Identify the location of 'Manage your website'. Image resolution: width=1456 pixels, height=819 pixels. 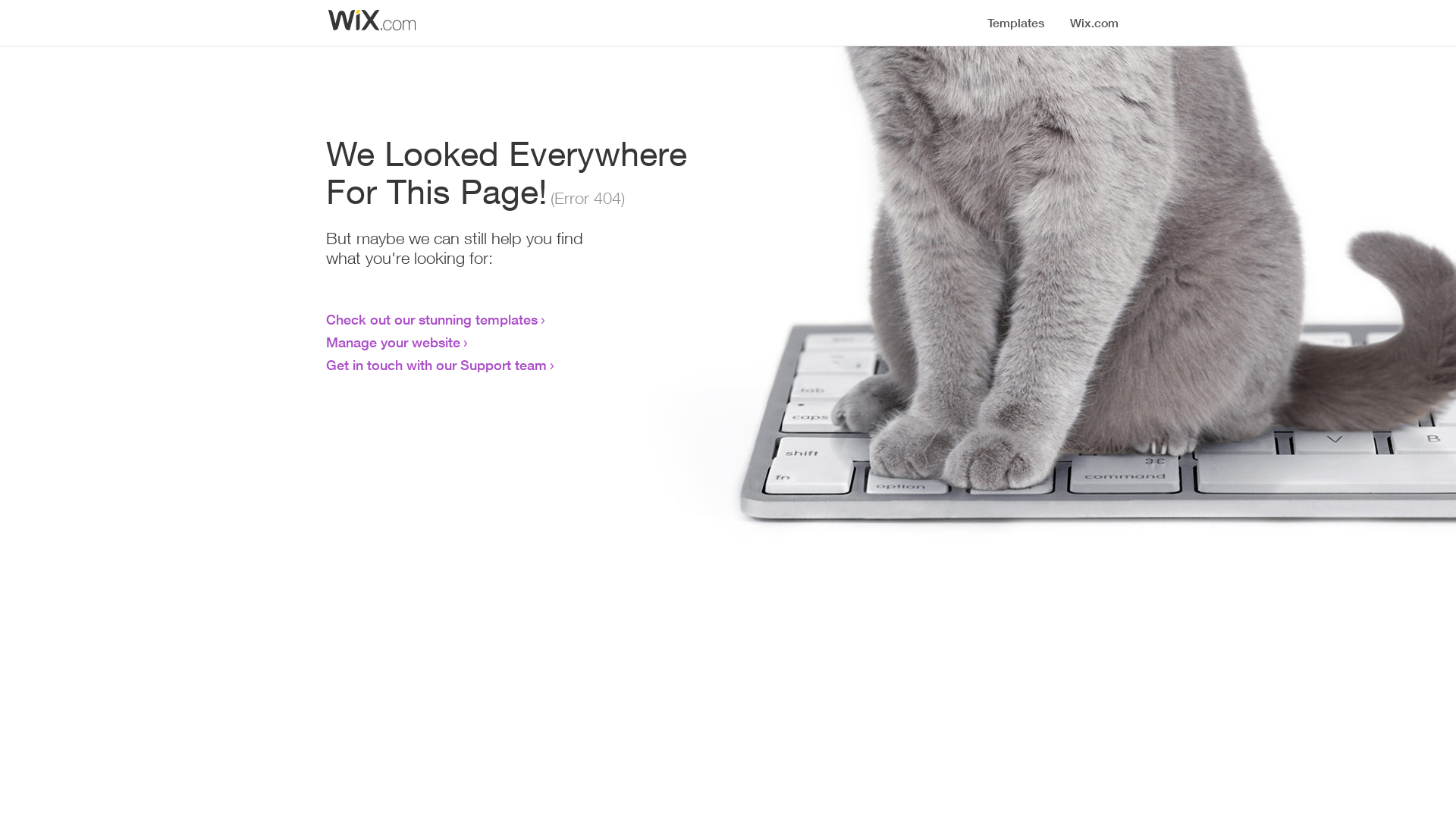
(393, 342).